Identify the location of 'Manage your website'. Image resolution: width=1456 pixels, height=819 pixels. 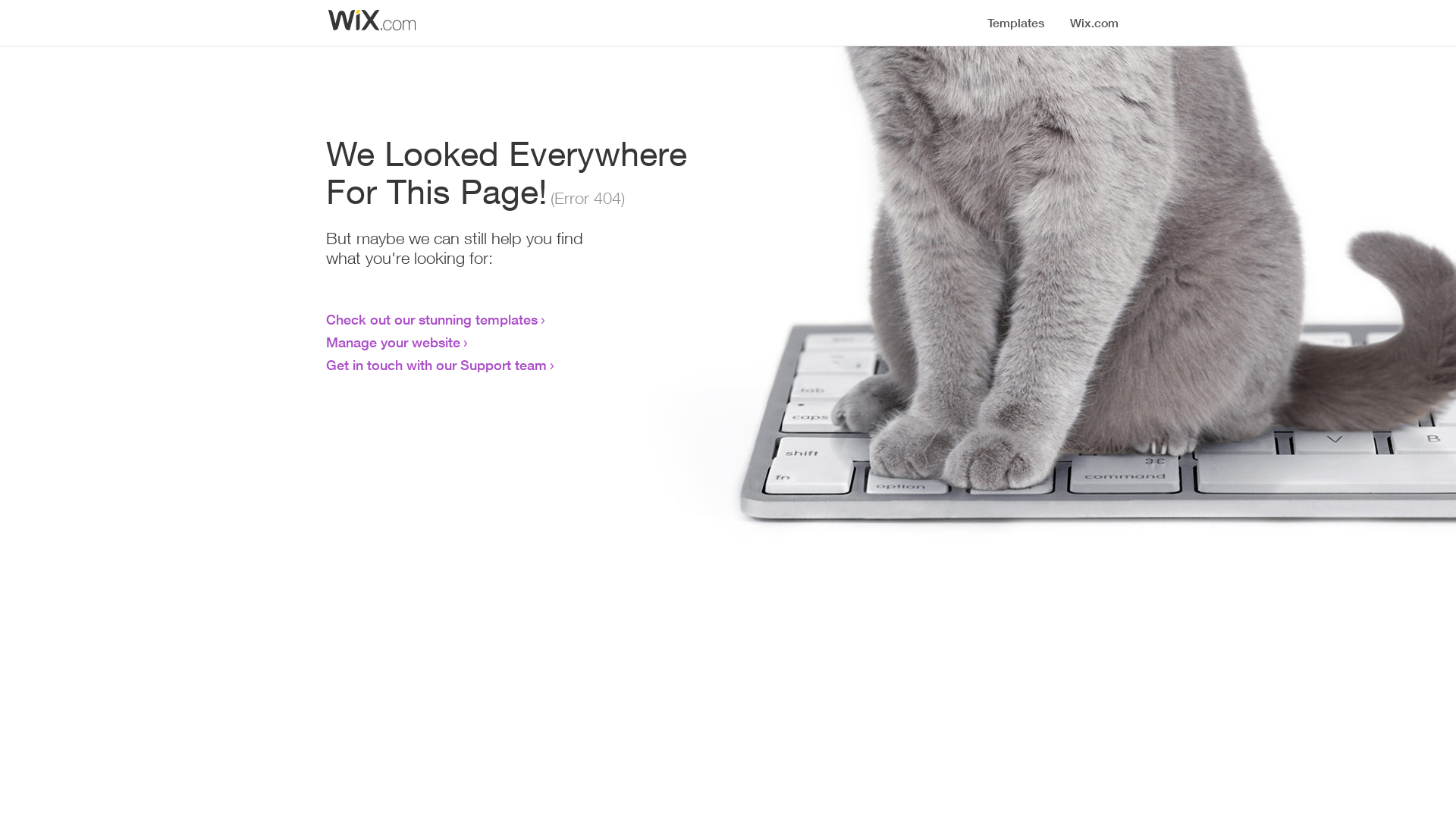
(393, 342).